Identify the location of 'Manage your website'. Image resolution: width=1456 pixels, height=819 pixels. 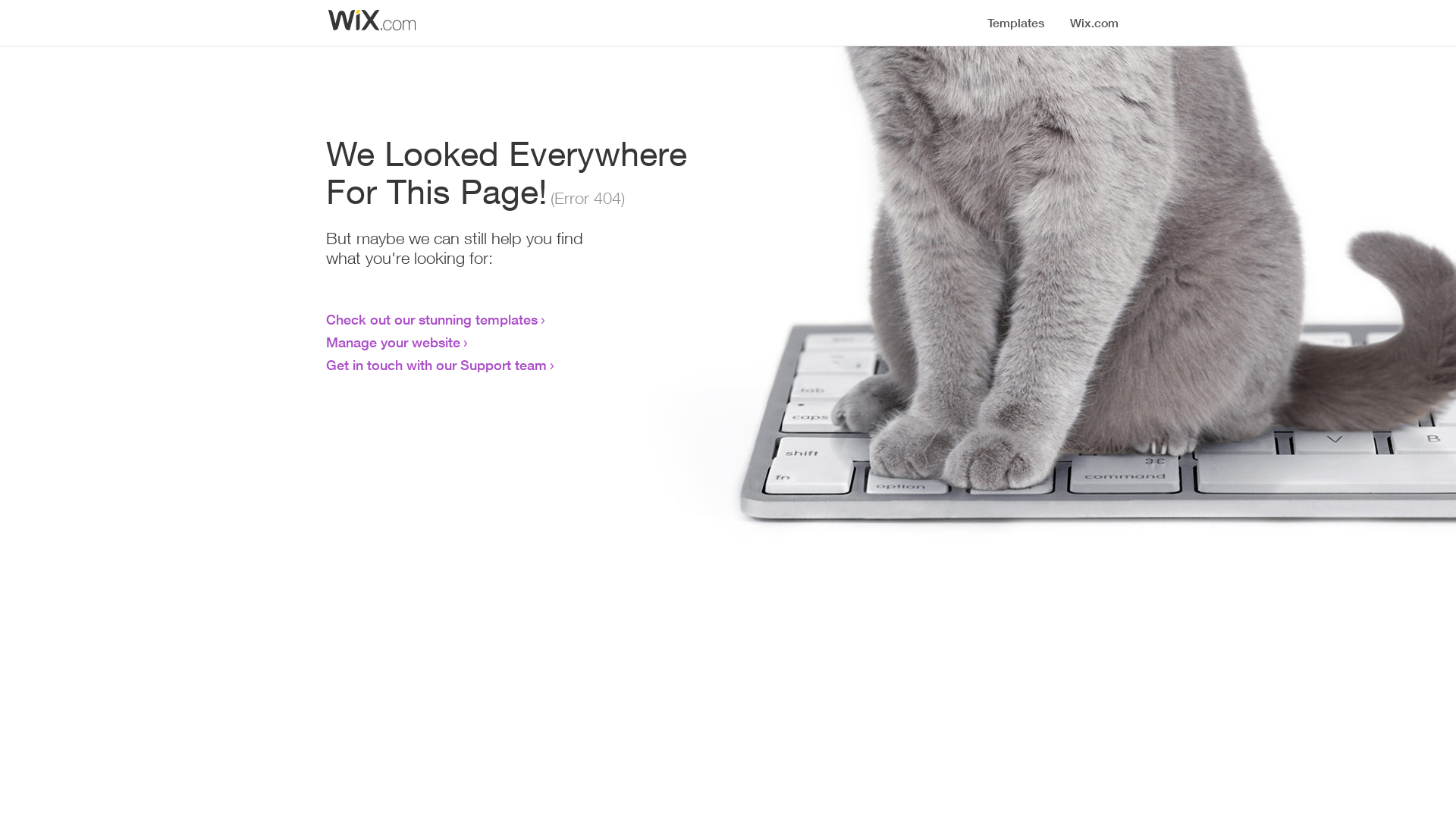
(393, 342).